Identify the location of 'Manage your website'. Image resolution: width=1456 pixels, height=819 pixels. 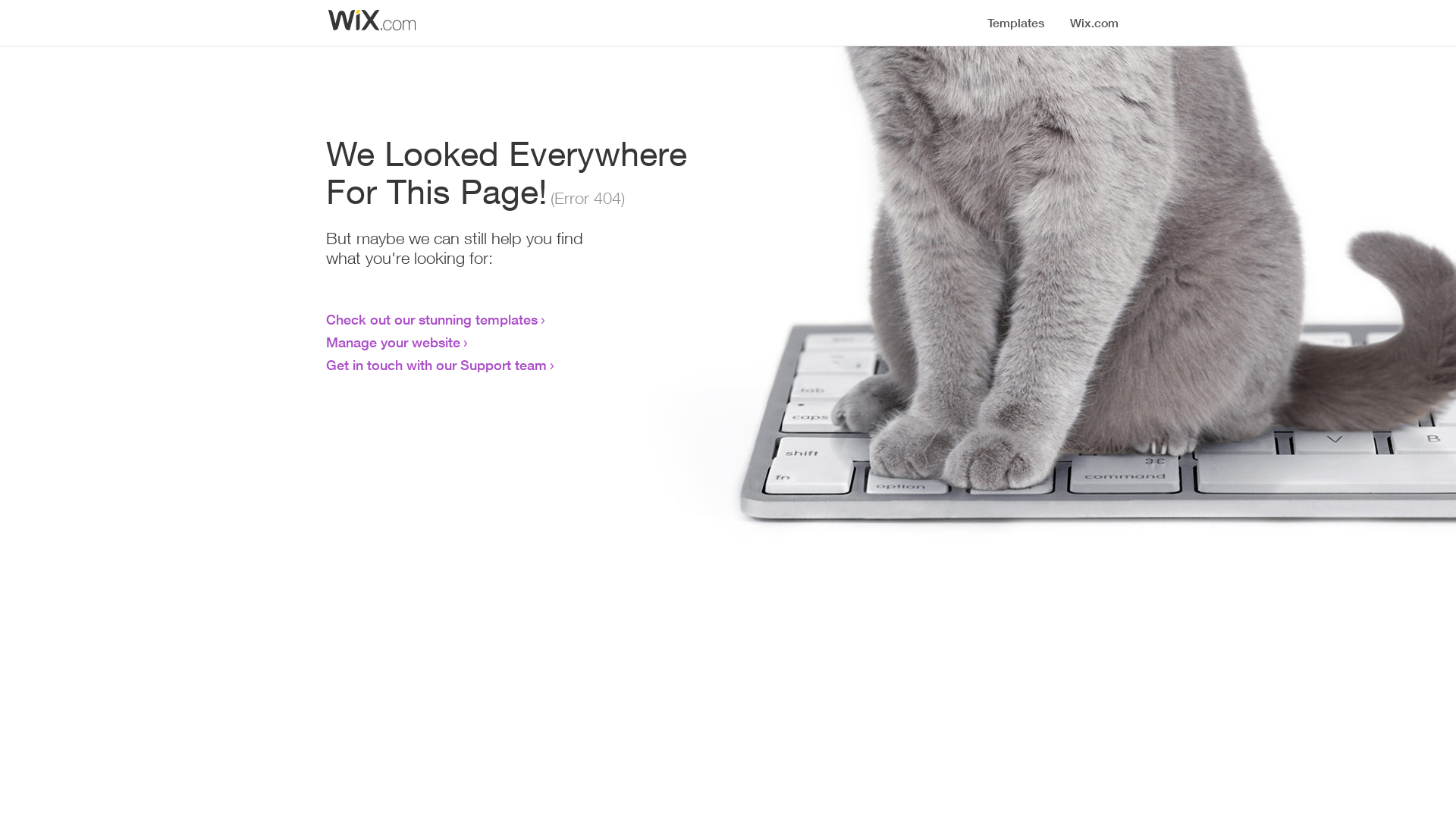
(393, 342).